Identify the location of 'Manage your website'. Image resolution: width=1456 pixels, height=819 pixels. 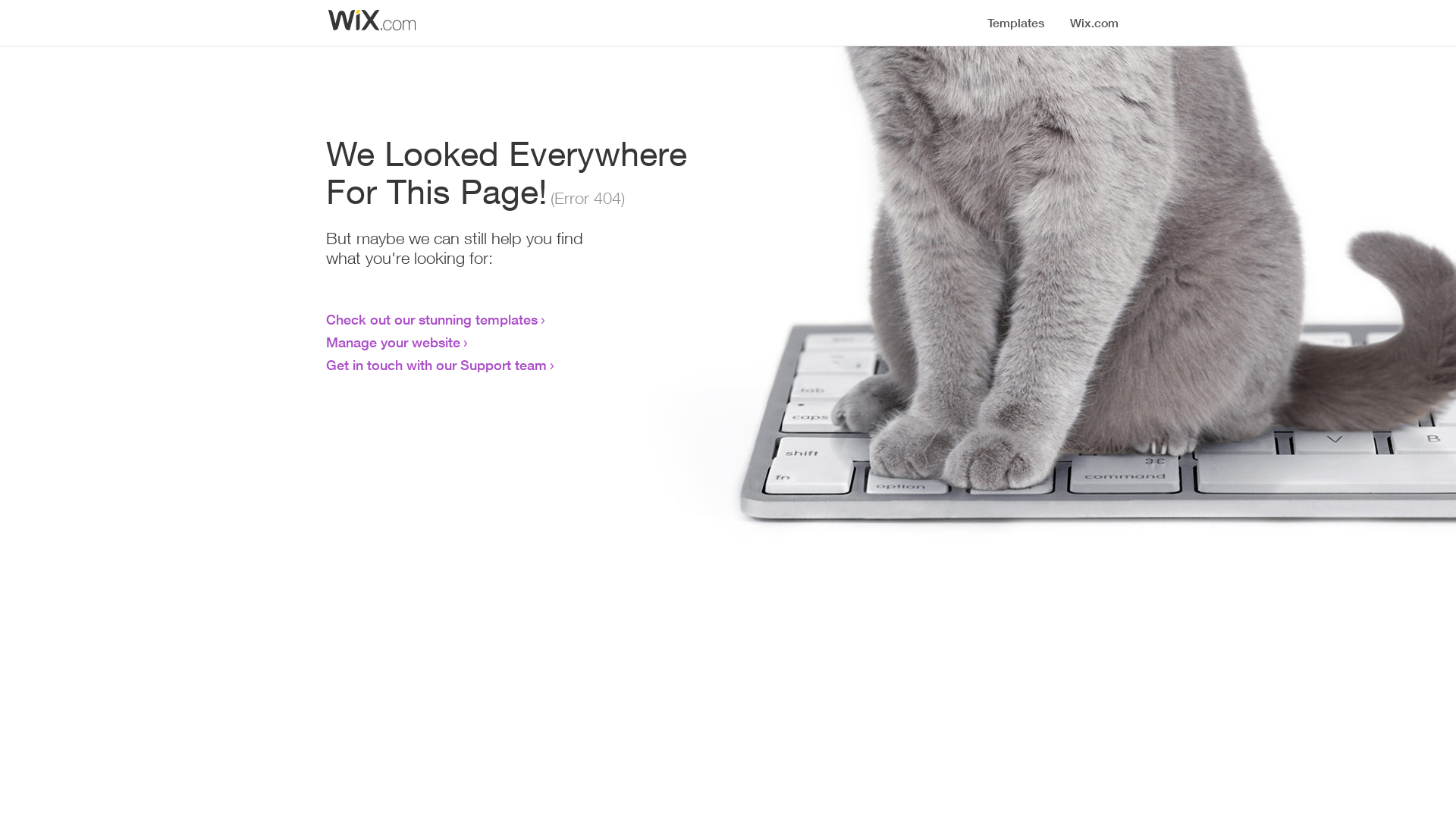
(393, 342).